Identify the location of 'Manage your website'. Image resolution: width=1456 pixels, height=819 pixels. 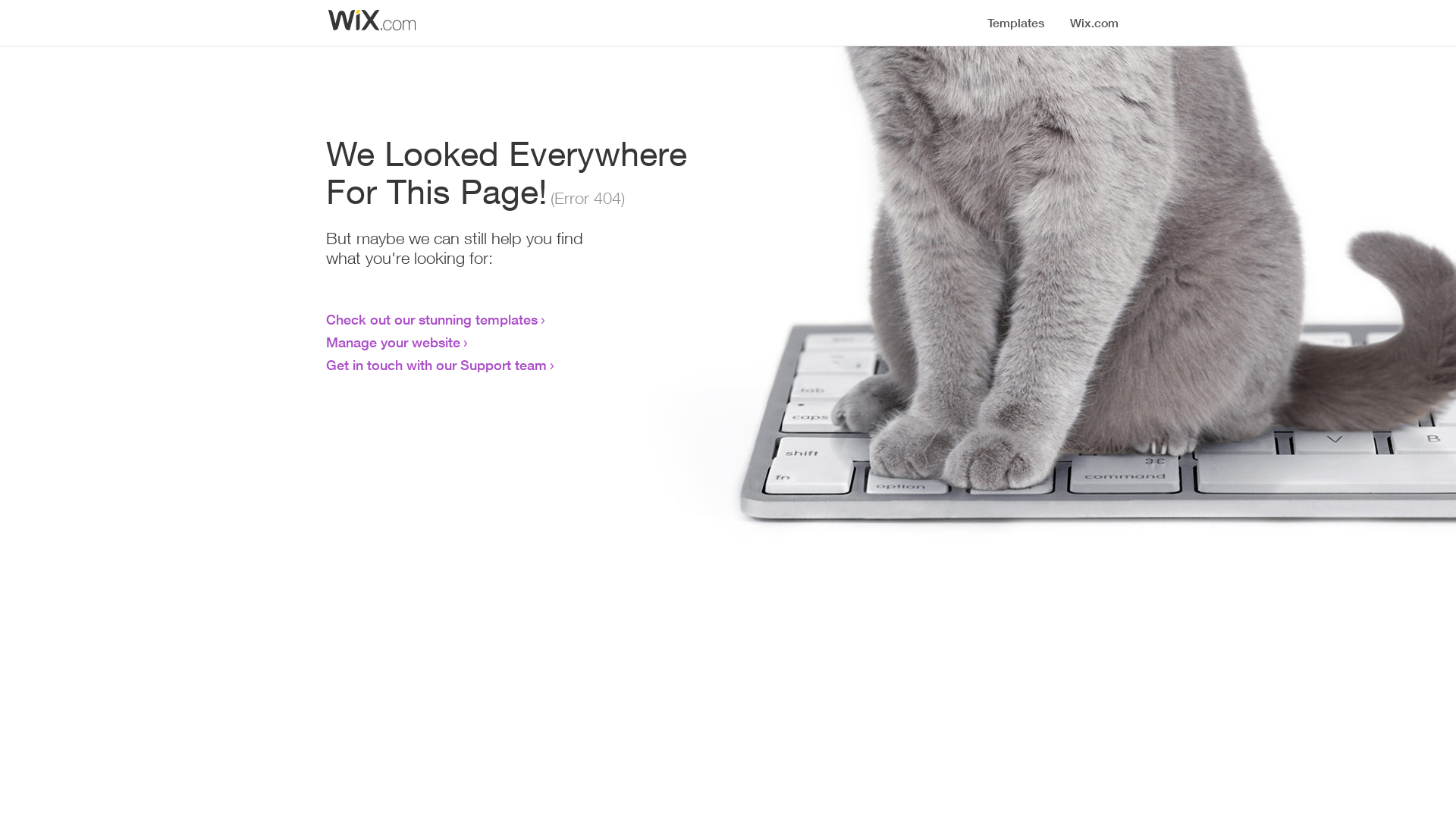
(393, 342).